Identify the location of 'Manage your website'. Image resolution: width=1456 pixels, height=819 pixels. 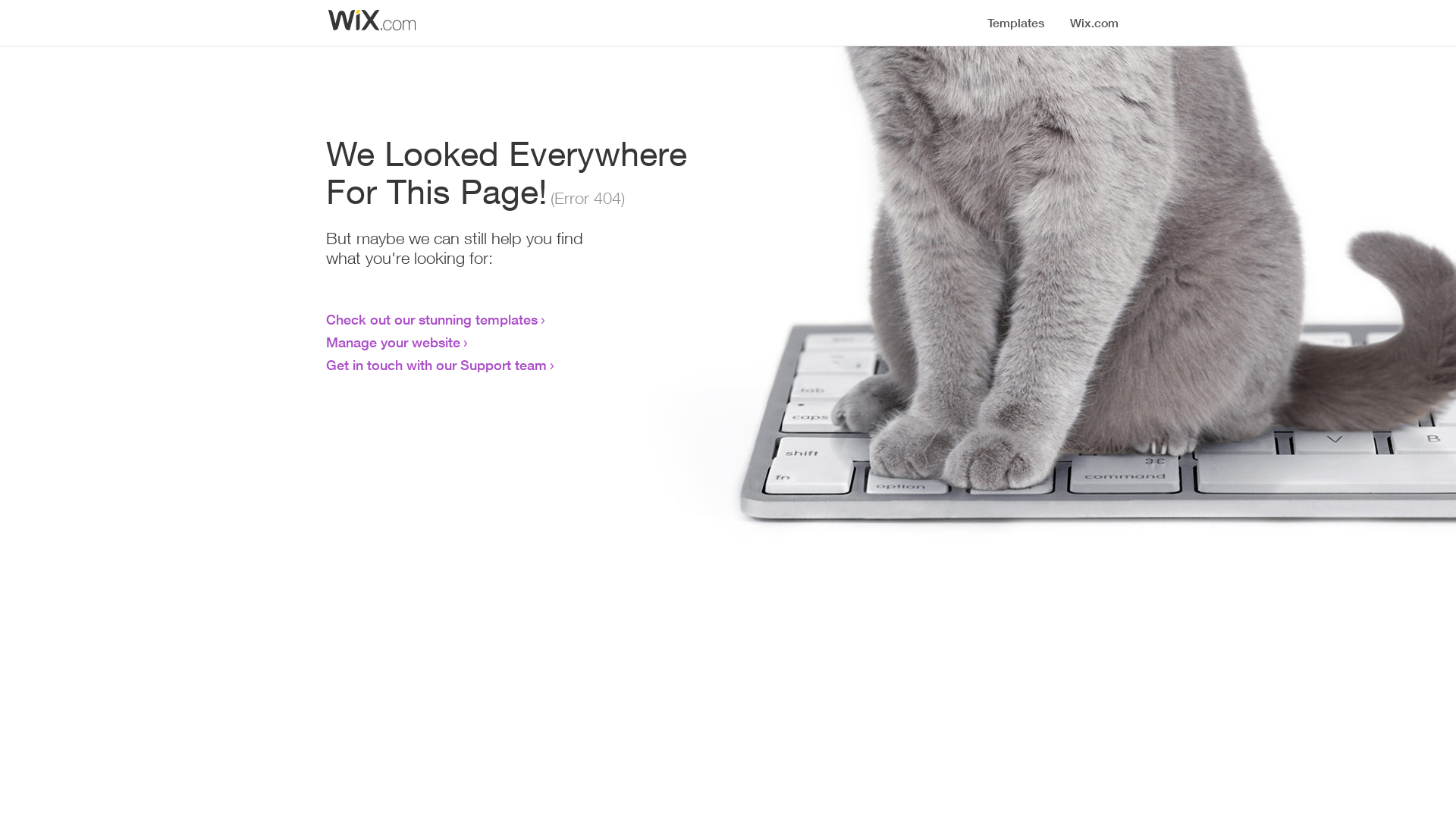
(393, 342).